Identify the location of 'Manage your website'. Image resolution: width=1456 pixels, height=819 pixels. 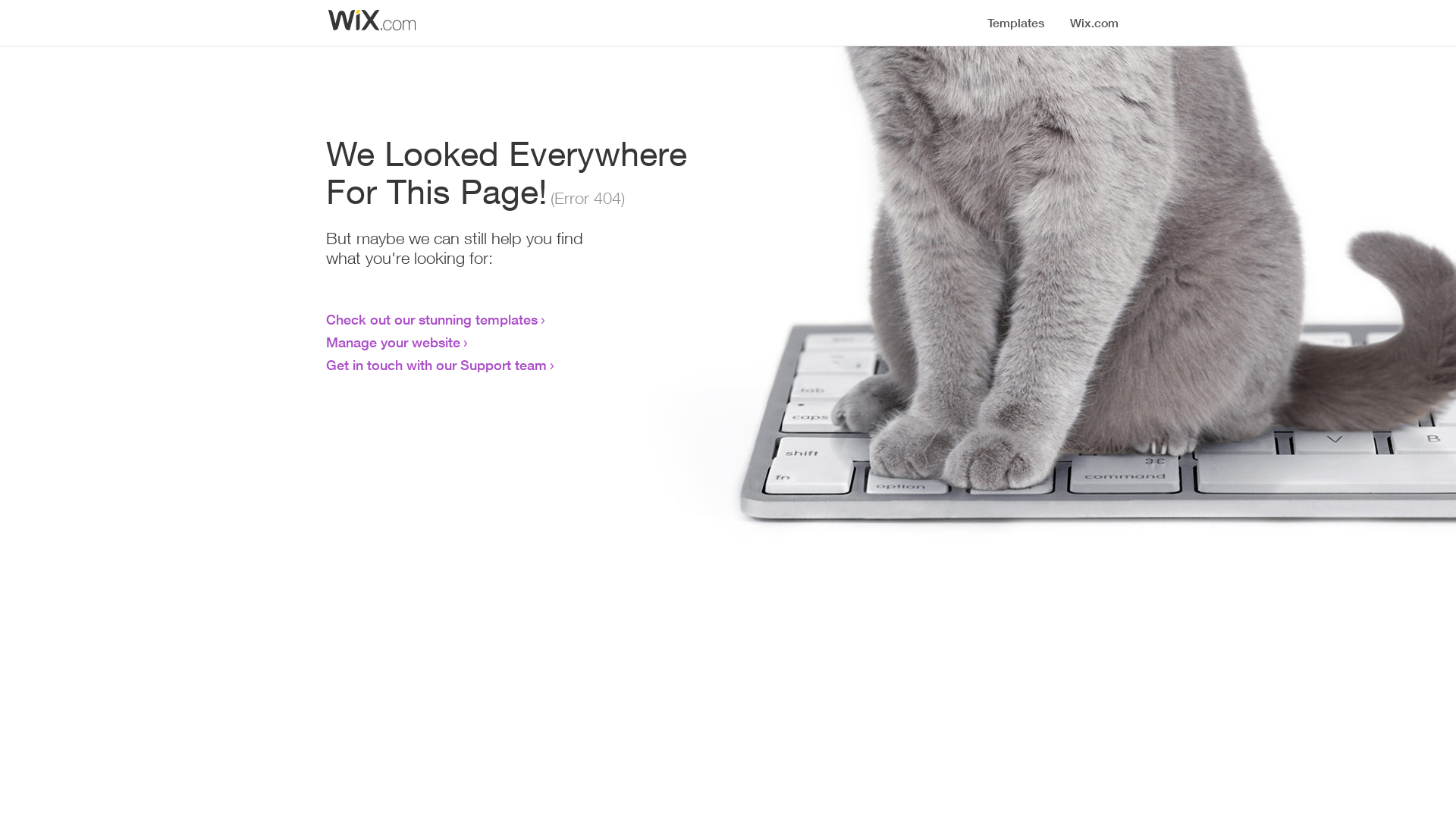
(393, 342).